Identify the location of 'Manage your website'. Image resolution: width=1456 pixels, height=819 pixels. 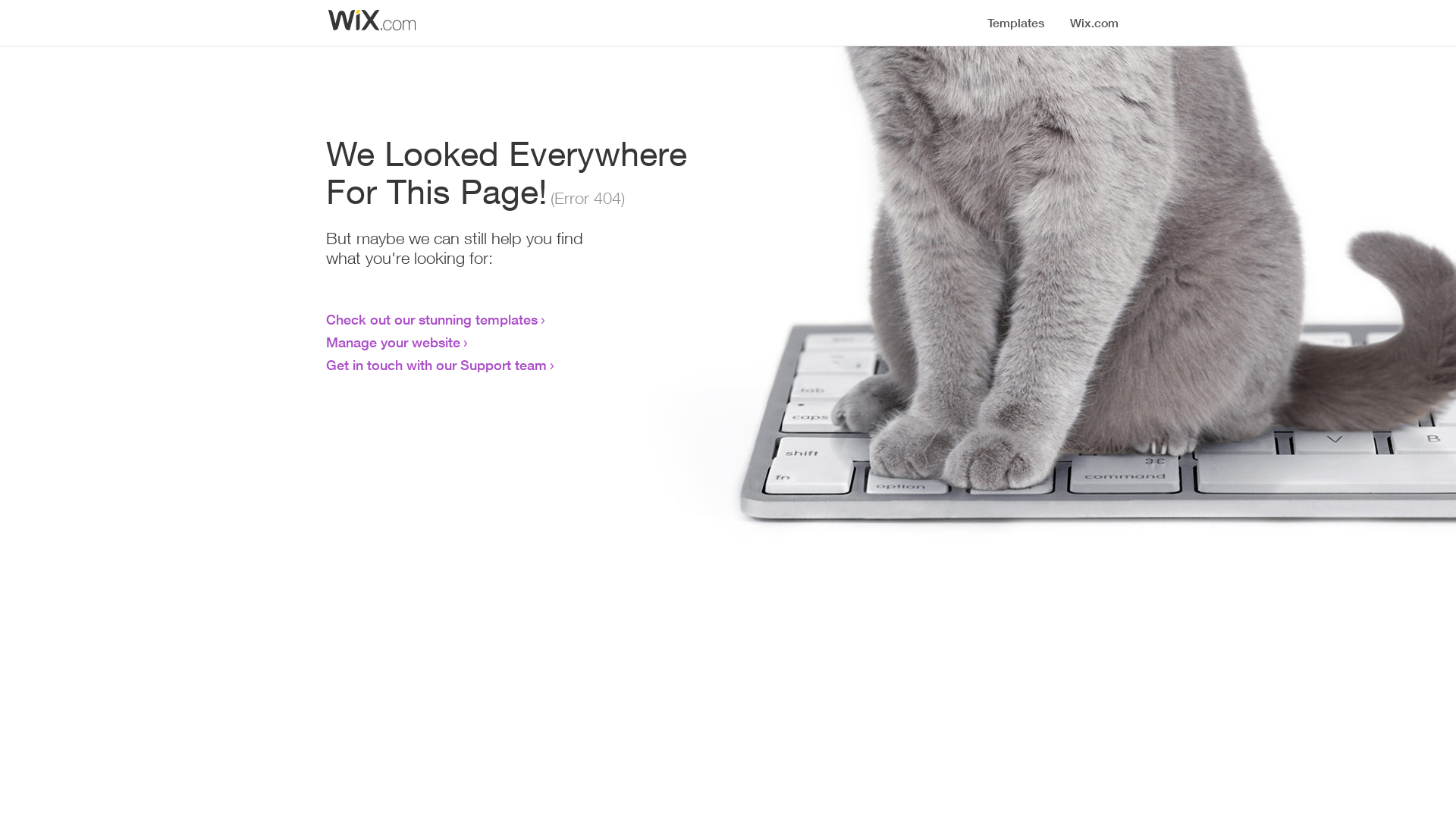
(393, 342).